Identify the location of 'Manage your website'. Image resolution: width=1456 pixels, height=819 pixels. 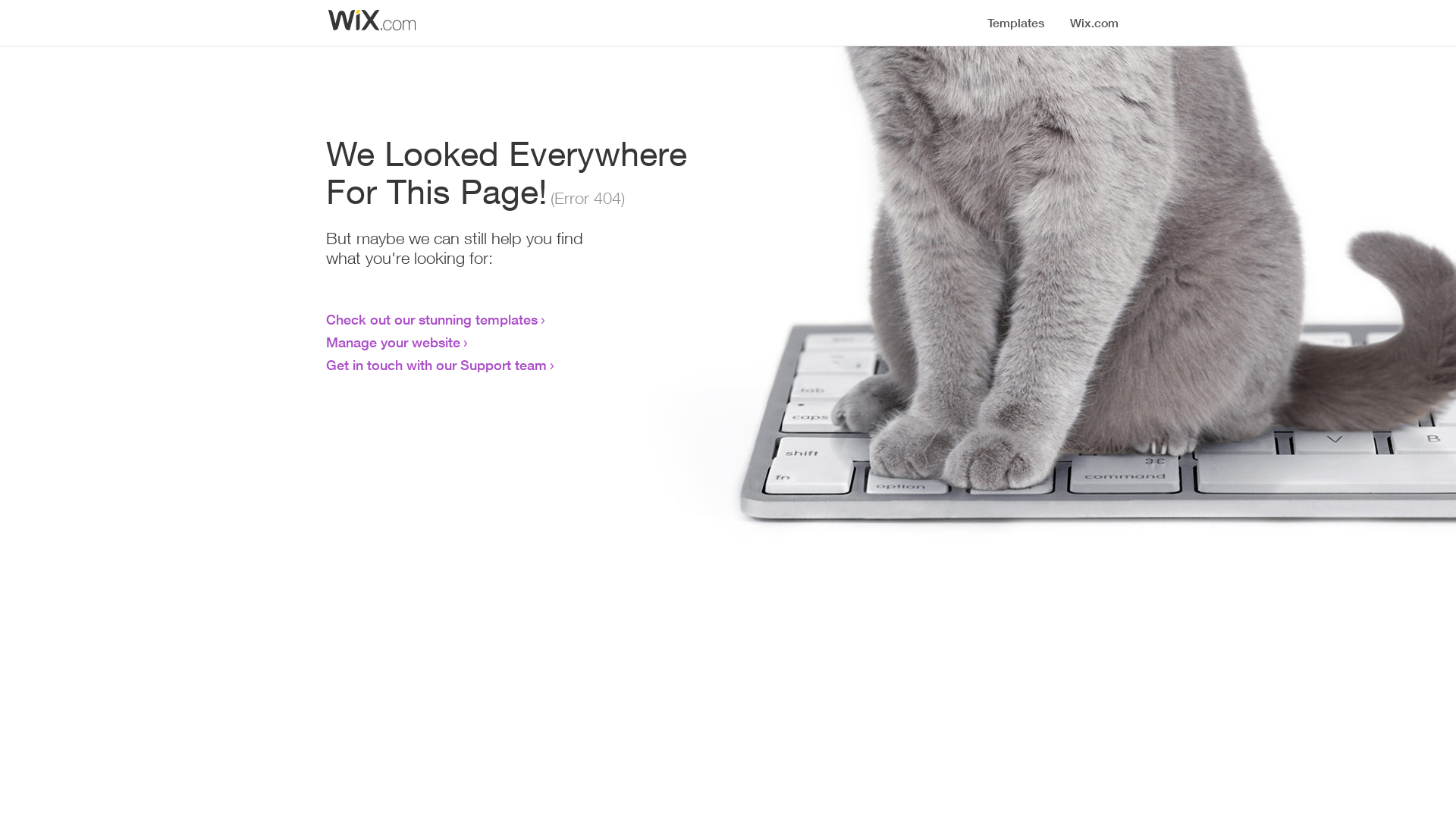
(393, 342).